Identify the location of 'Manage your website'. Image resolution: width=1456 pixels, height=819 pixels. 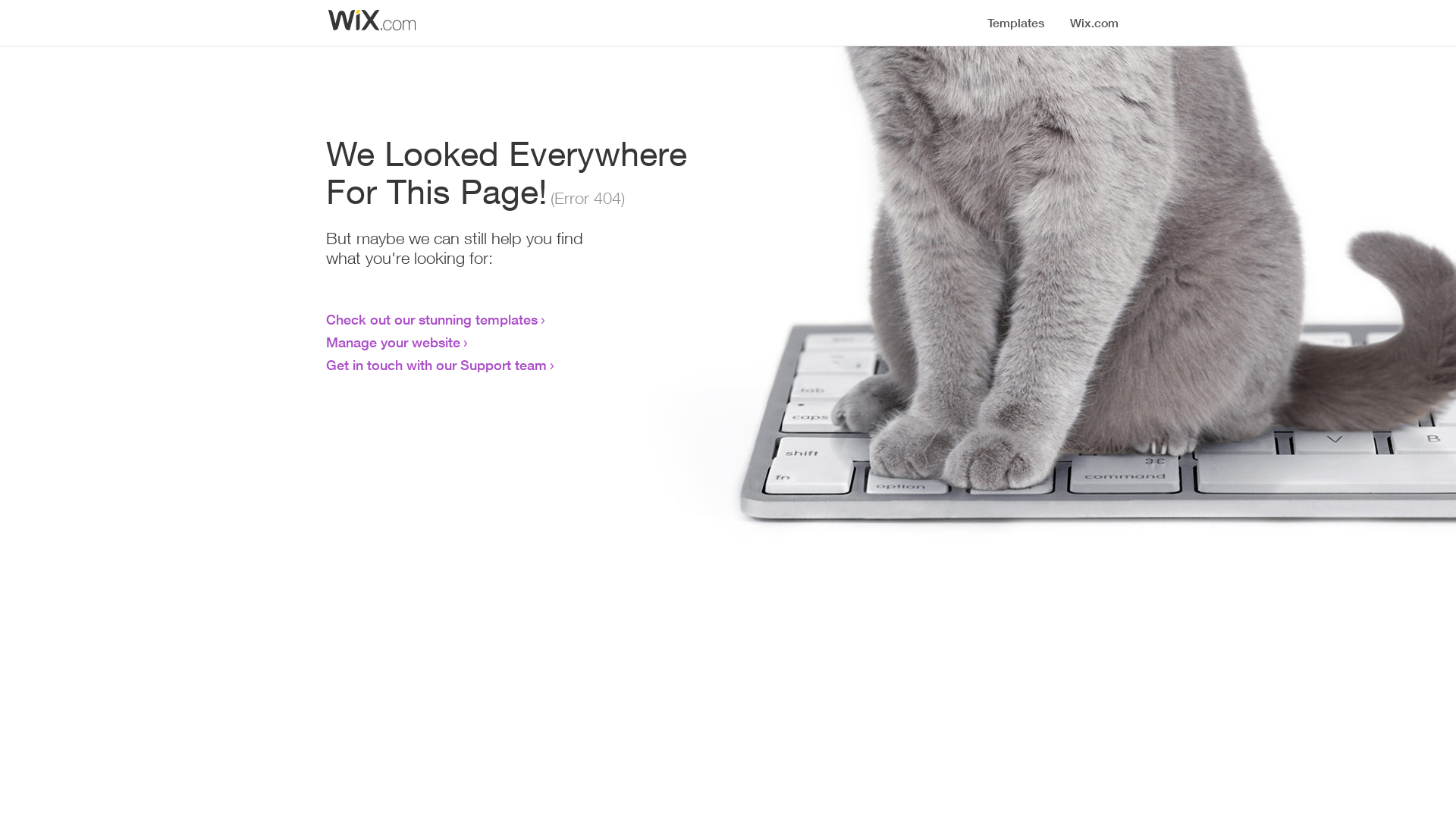
(393, 342).